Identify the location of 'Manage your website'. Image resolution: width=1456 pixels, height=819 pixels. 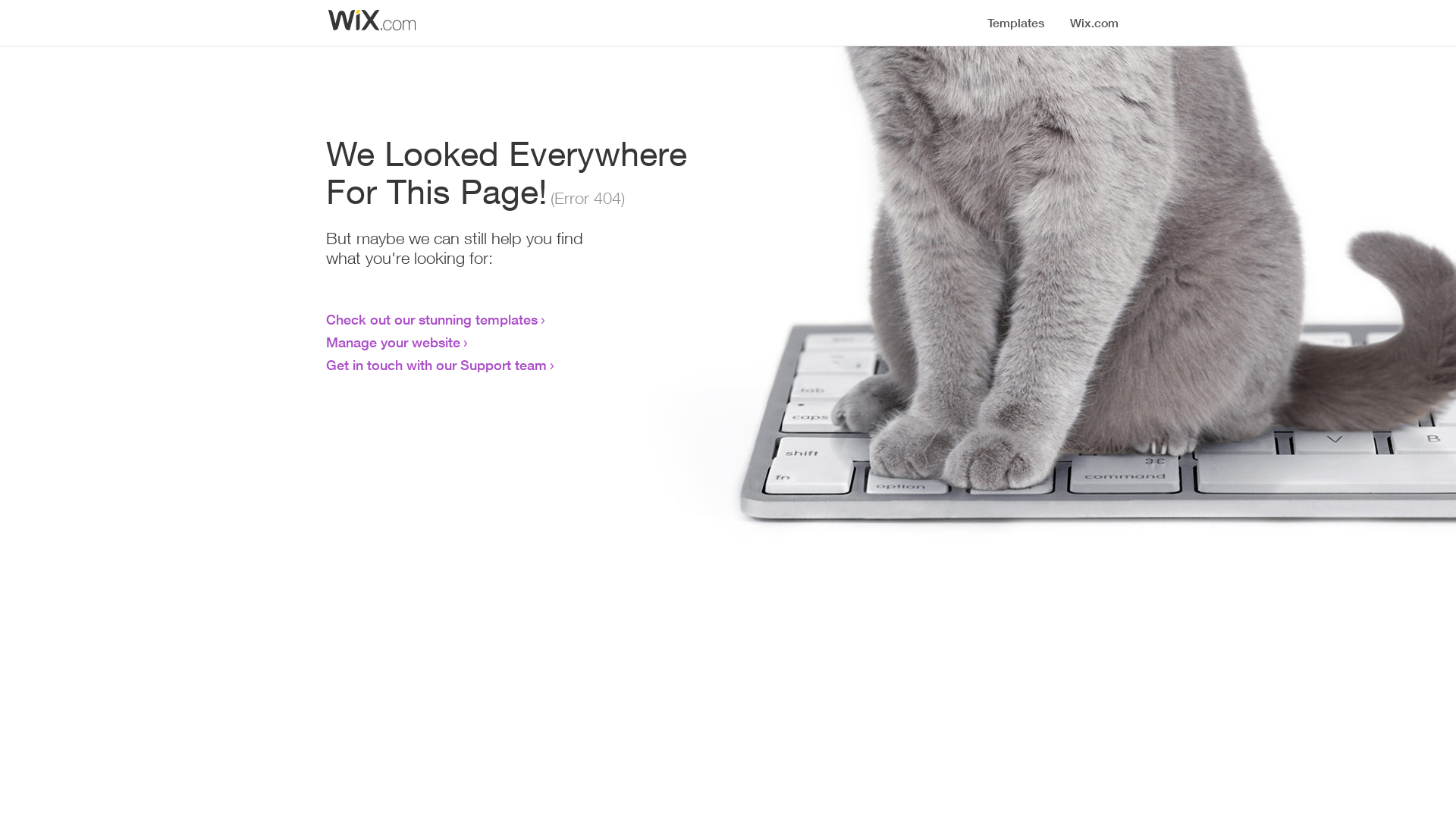
(393, 342).